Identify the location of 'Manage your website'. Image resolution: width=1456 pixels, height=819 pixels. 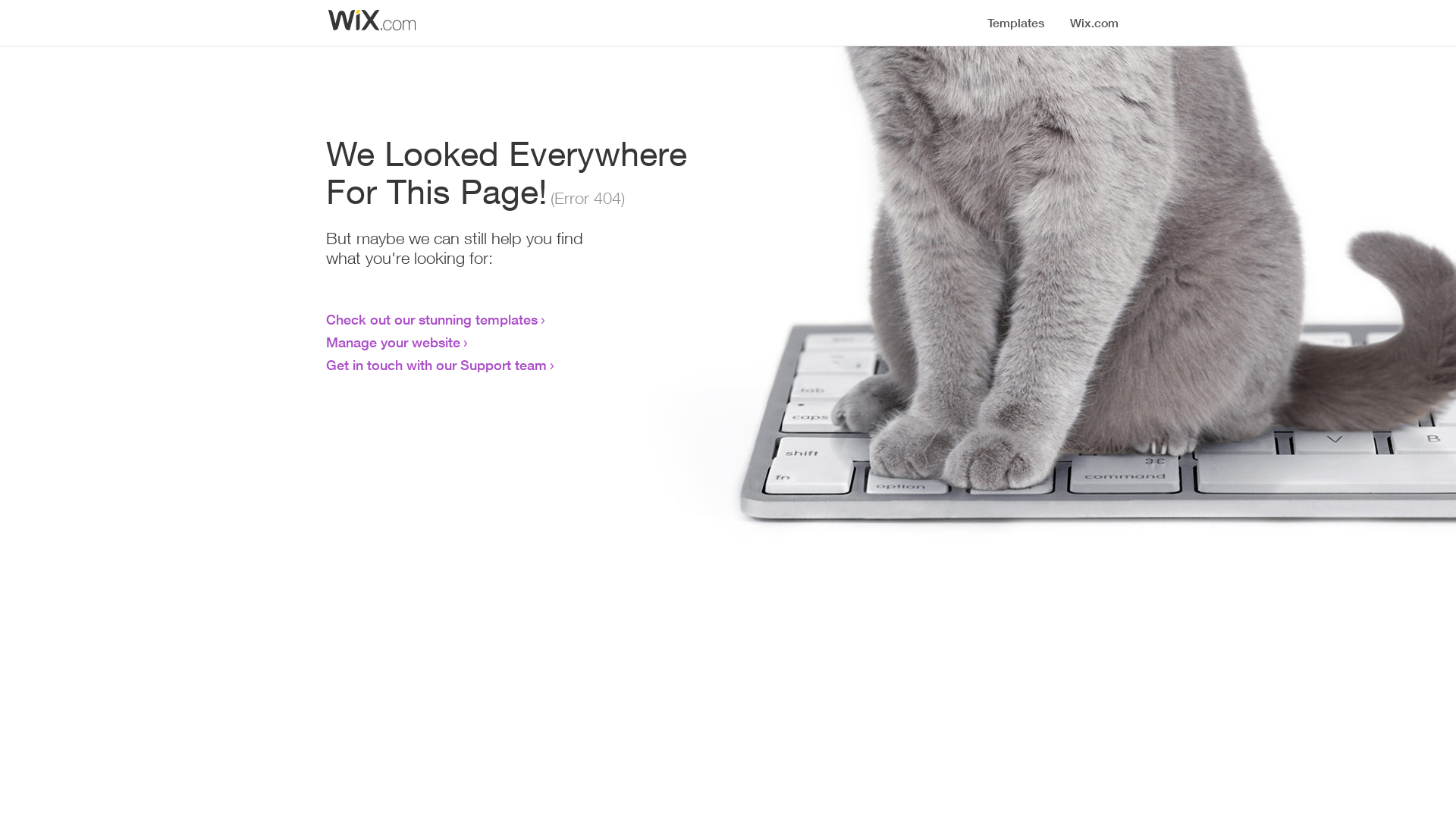
(393, 342).